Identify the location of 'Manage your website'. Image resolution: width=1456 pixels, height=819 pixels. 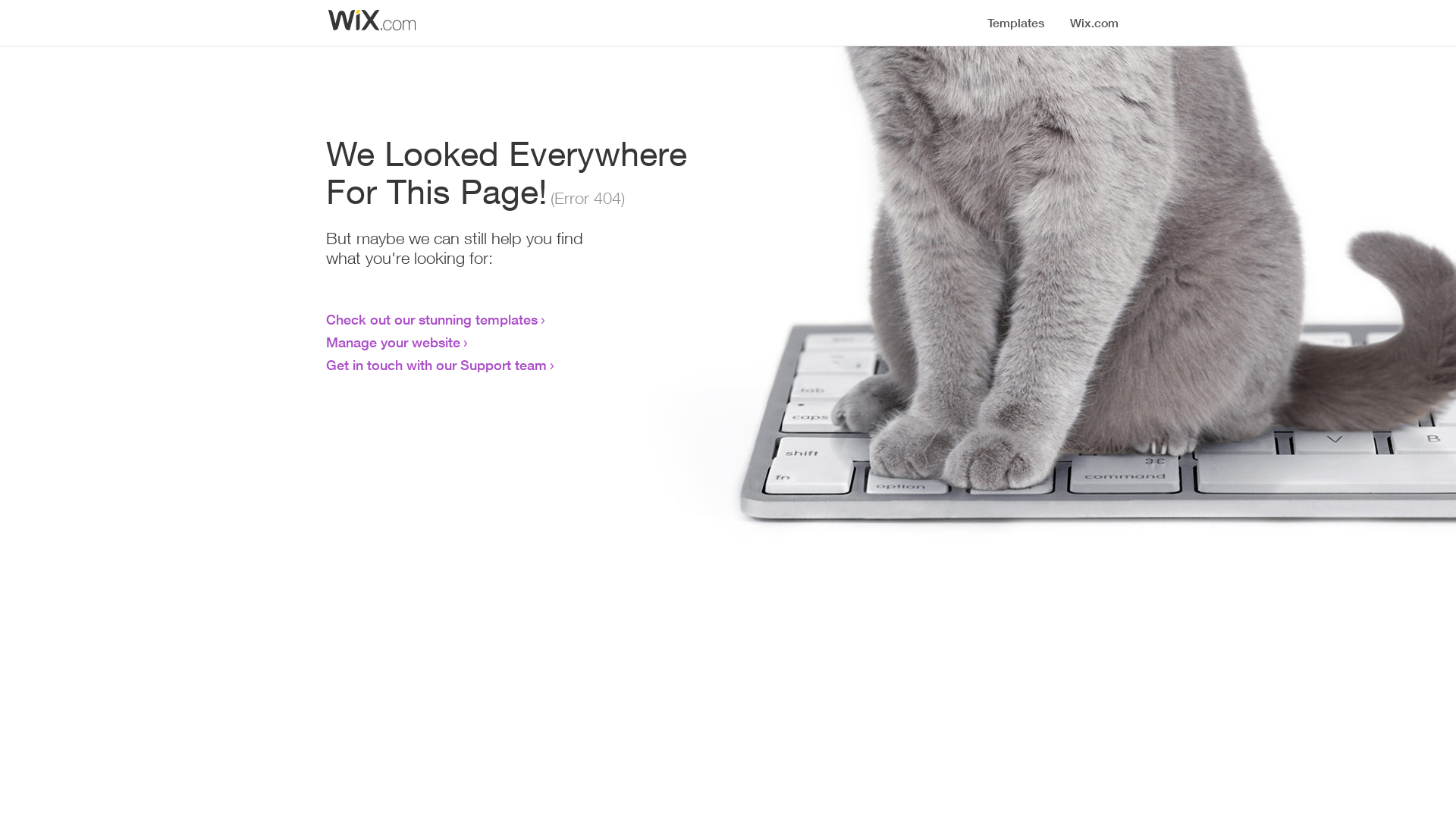
(393, 342).